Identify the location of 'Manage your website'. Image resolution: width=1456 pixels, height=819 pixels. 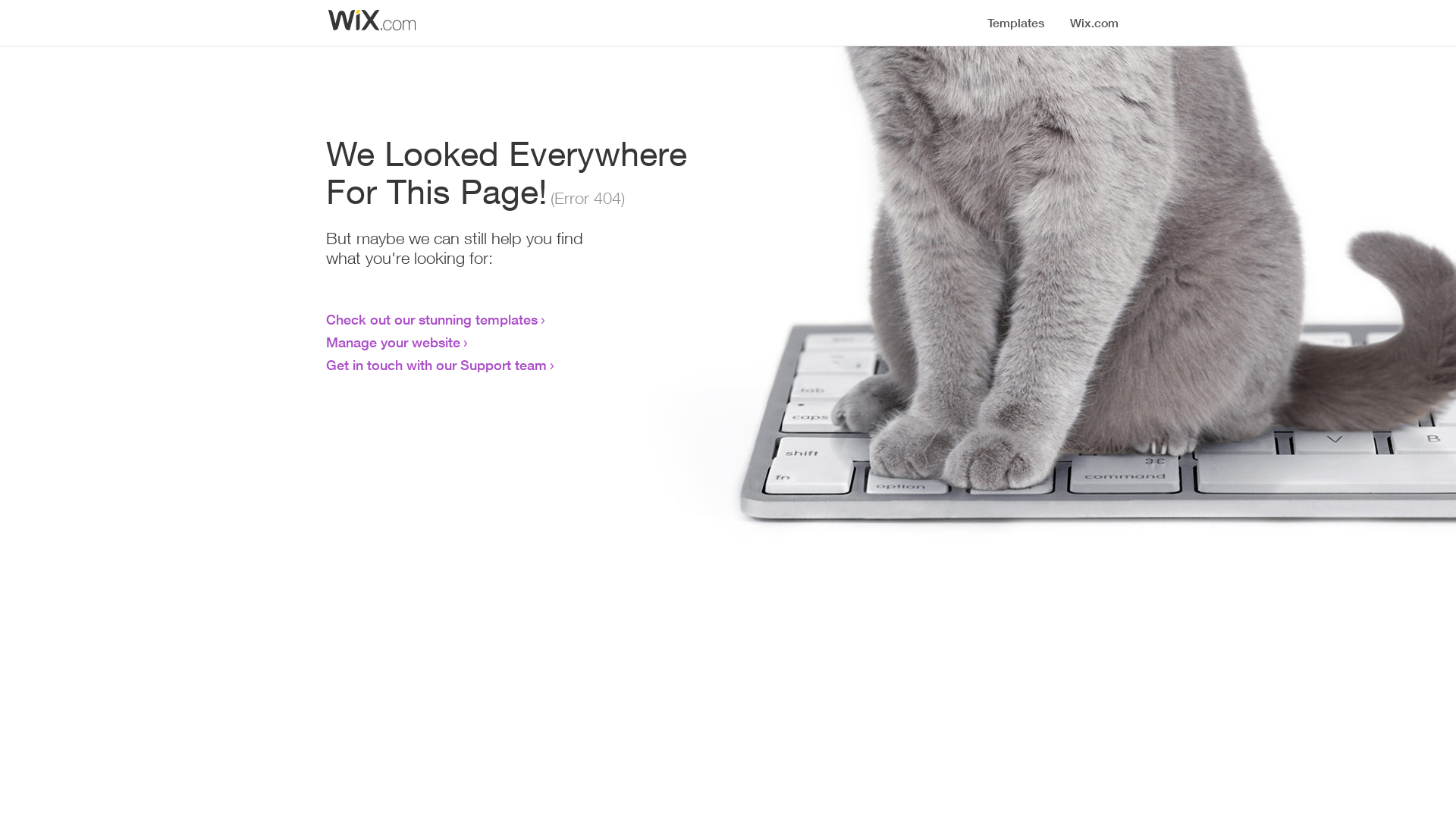
(393, 342).